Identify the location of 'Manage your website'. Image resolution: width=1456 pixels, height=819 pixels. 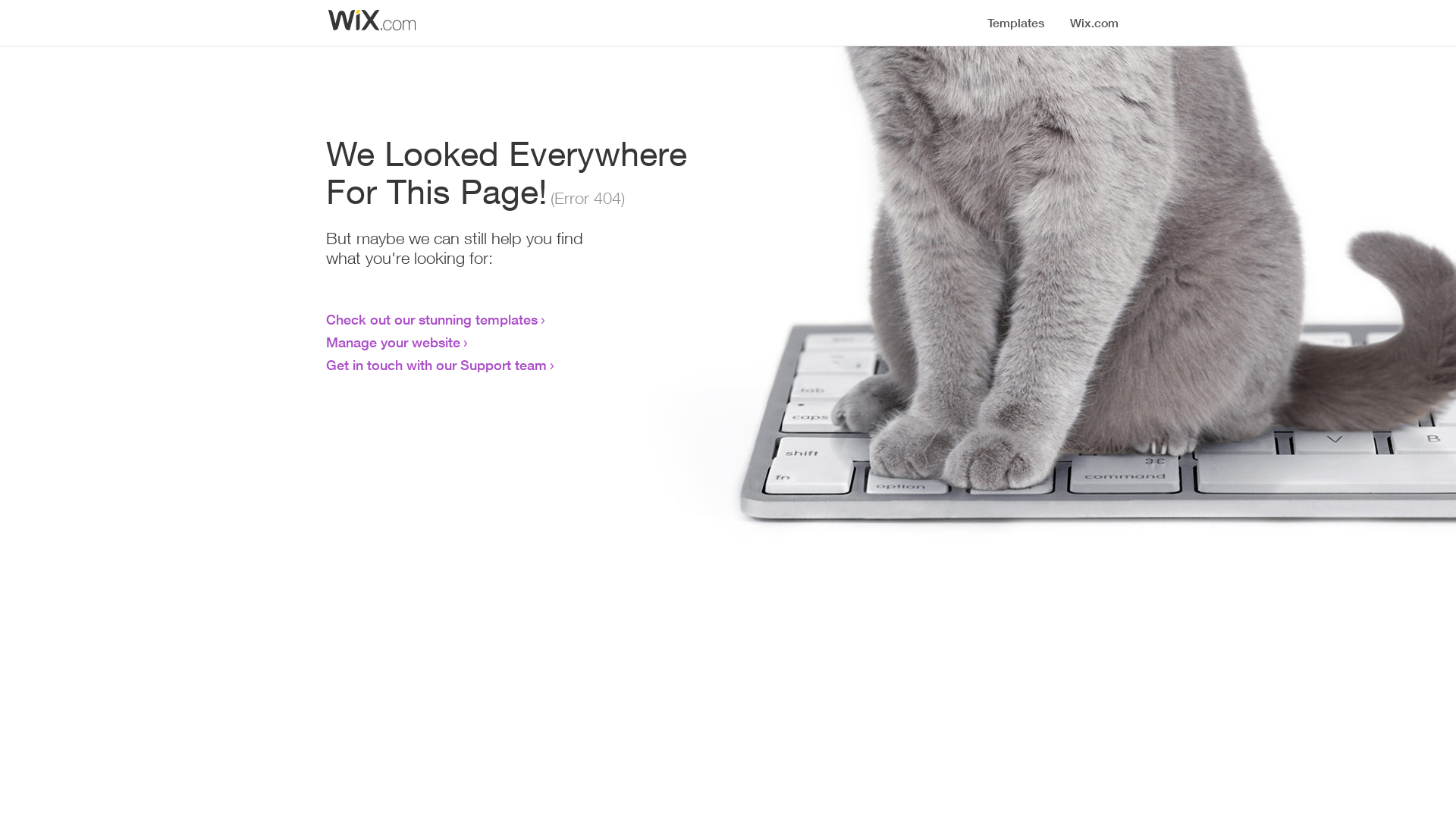
(393, 342).